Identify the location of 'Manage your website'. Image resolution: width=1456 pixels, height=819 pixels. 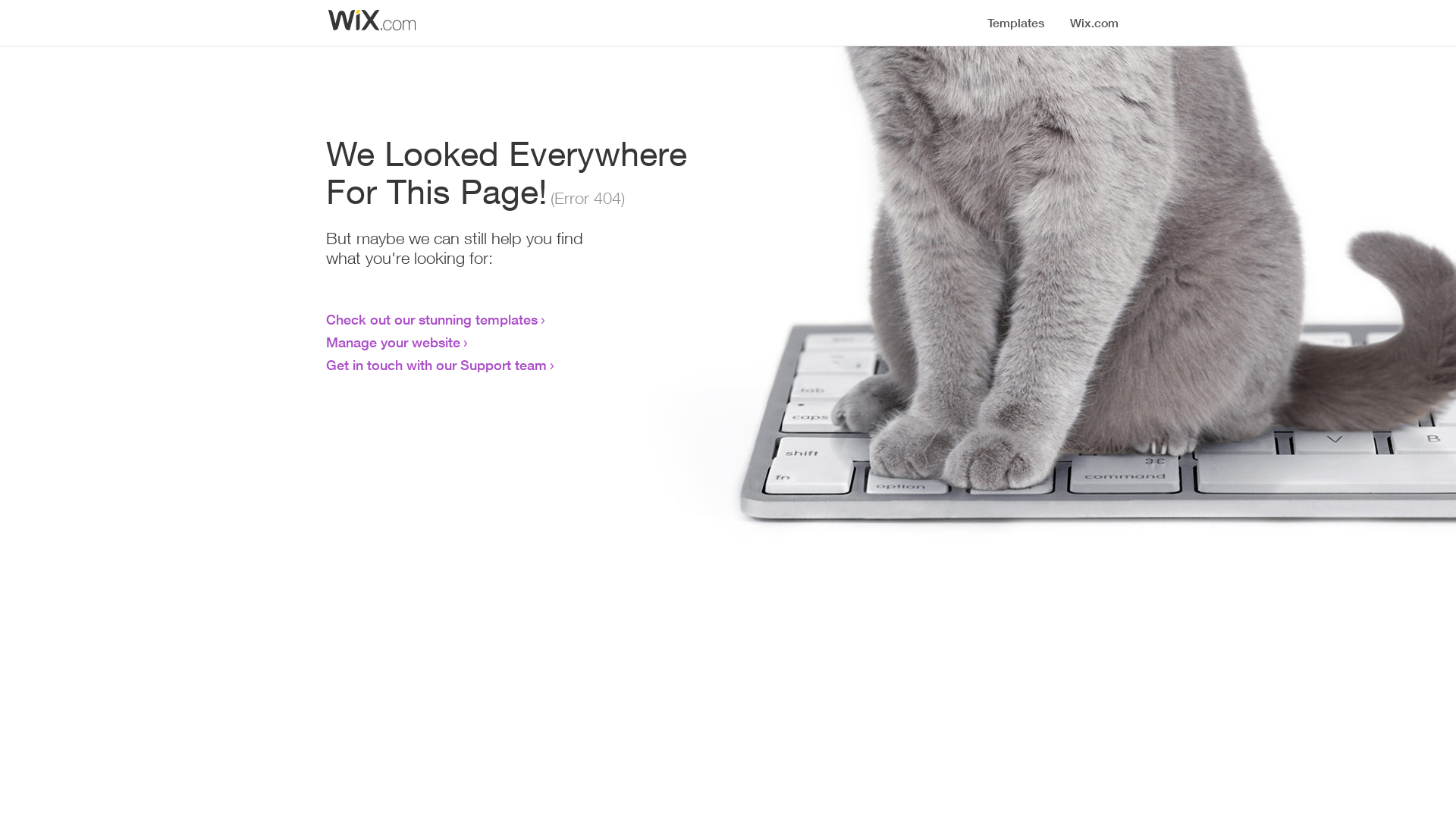
(393, 342).